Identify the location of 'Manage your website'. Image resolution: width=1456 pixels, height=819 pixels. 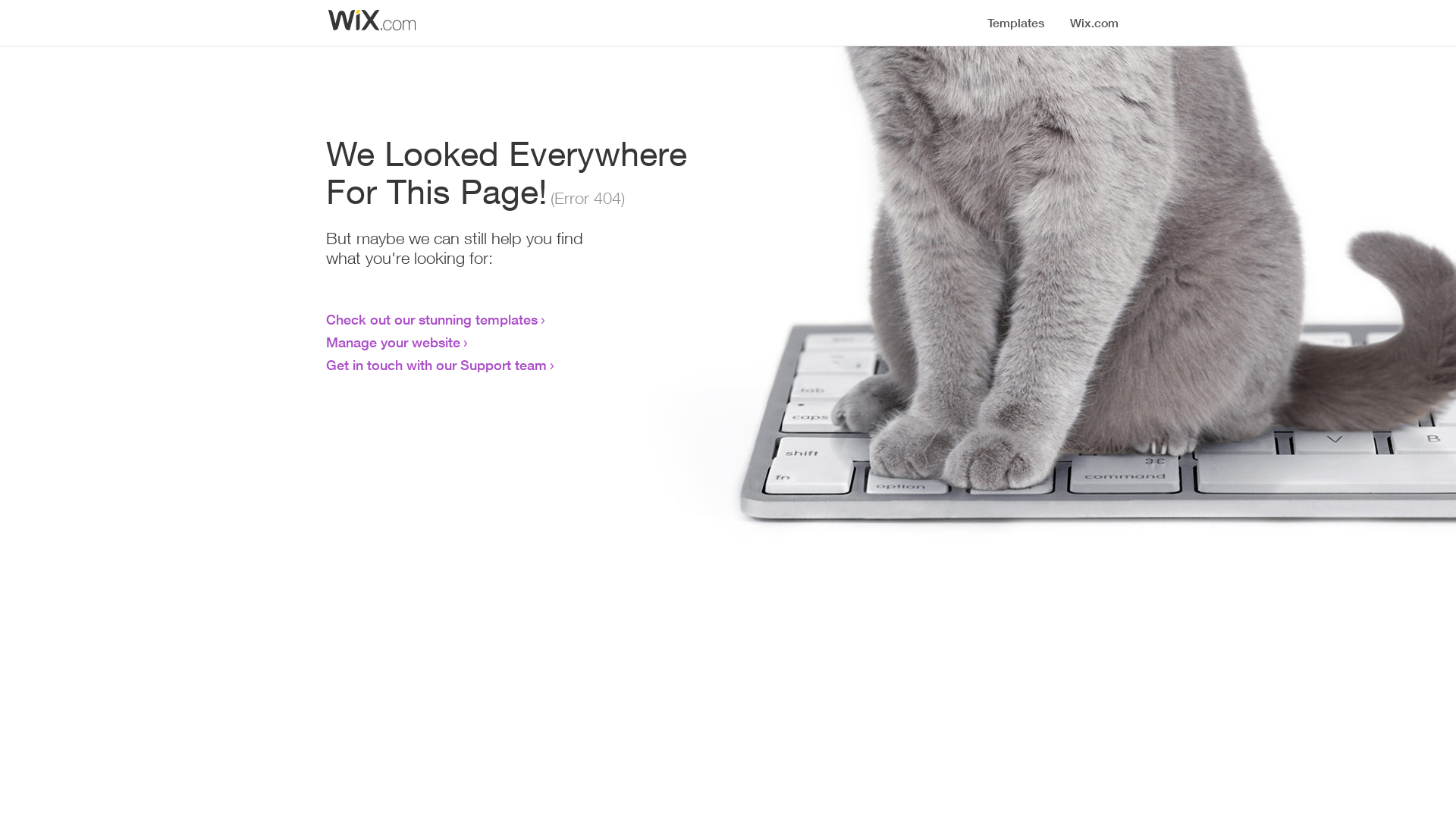
(393, 342).